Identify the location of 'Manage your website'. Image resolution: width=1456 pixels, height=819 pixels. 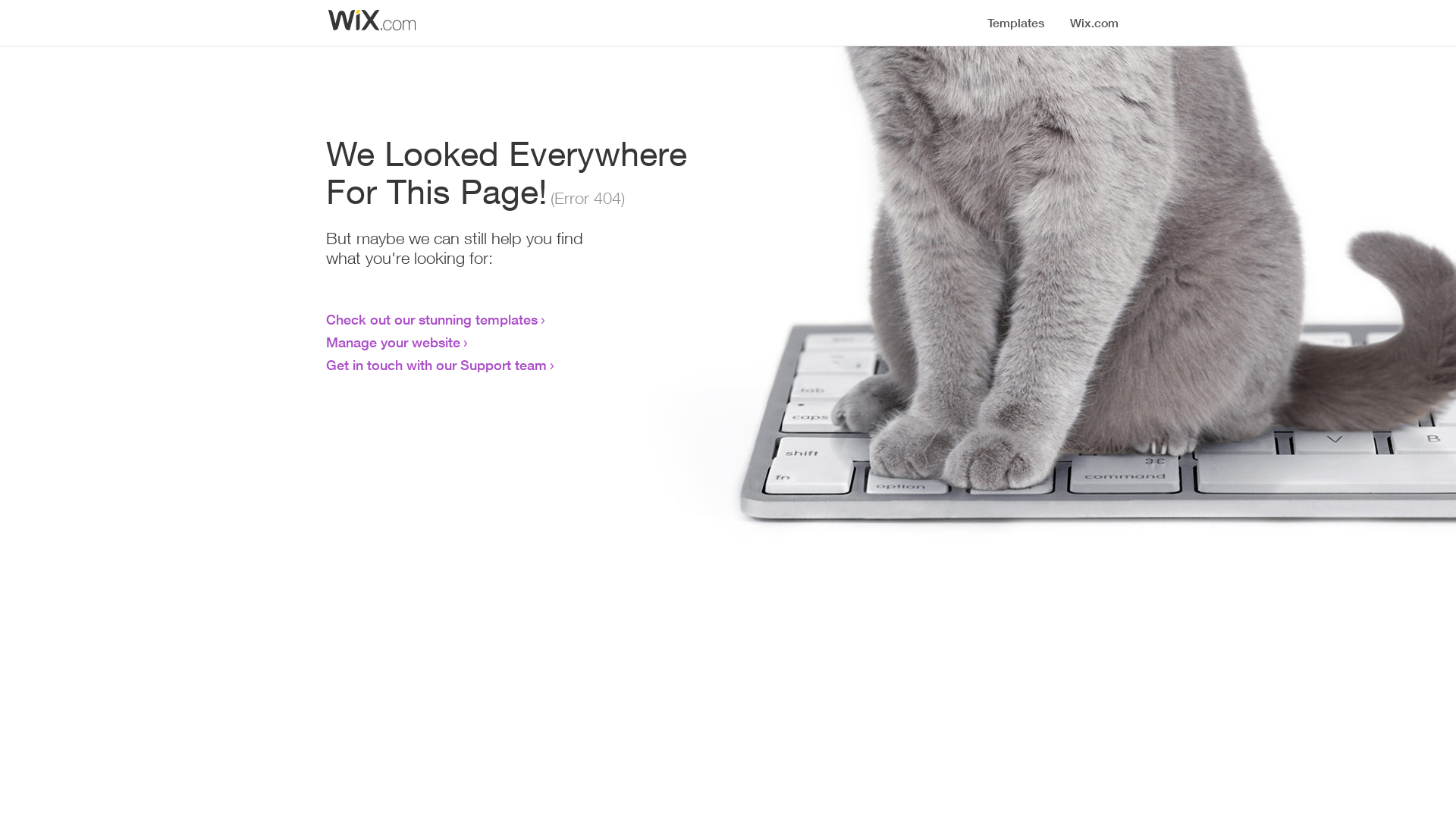
(393, 342).